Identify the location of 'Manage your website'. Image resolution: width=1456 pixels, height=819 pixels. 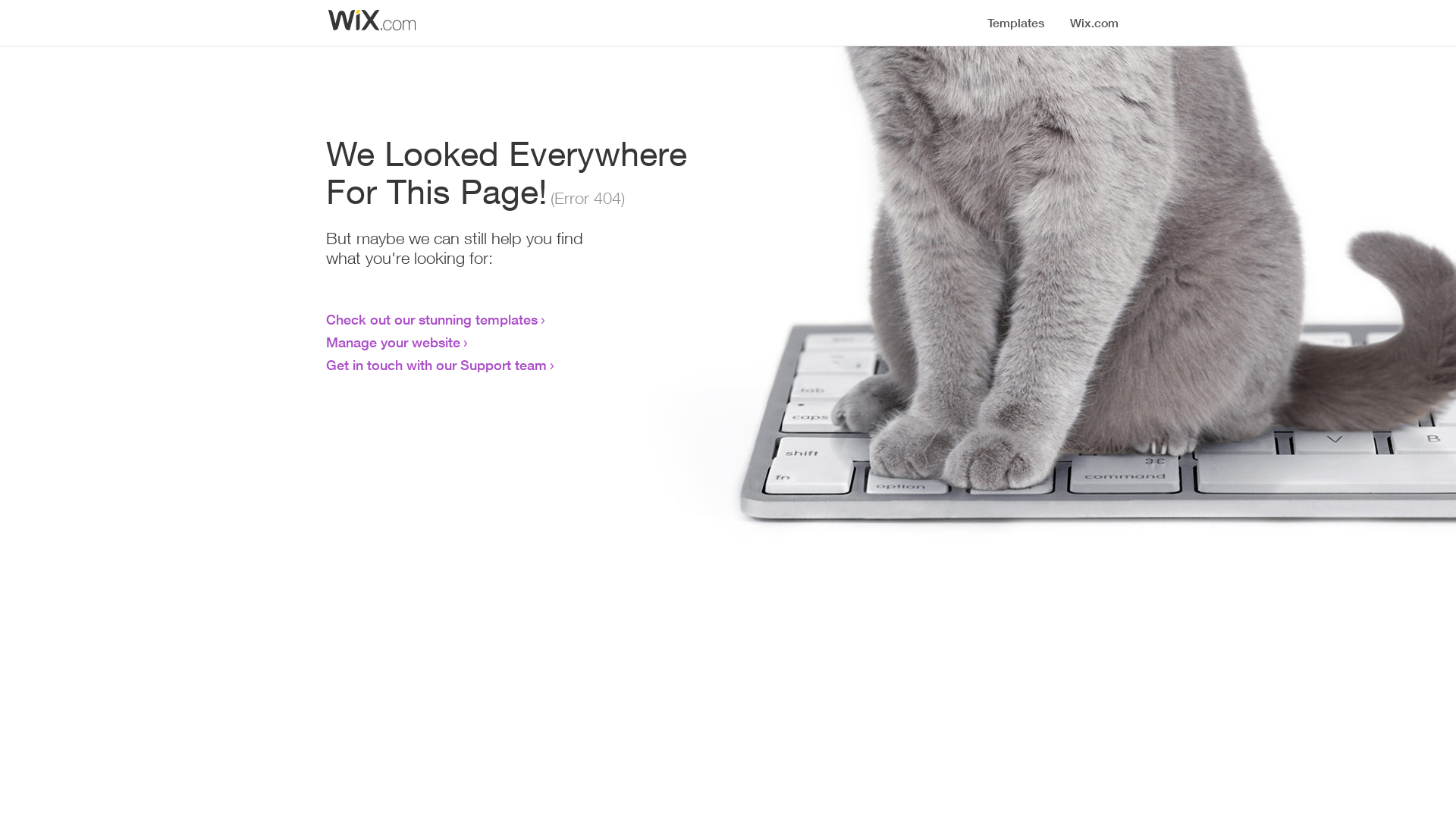
(393, 342).